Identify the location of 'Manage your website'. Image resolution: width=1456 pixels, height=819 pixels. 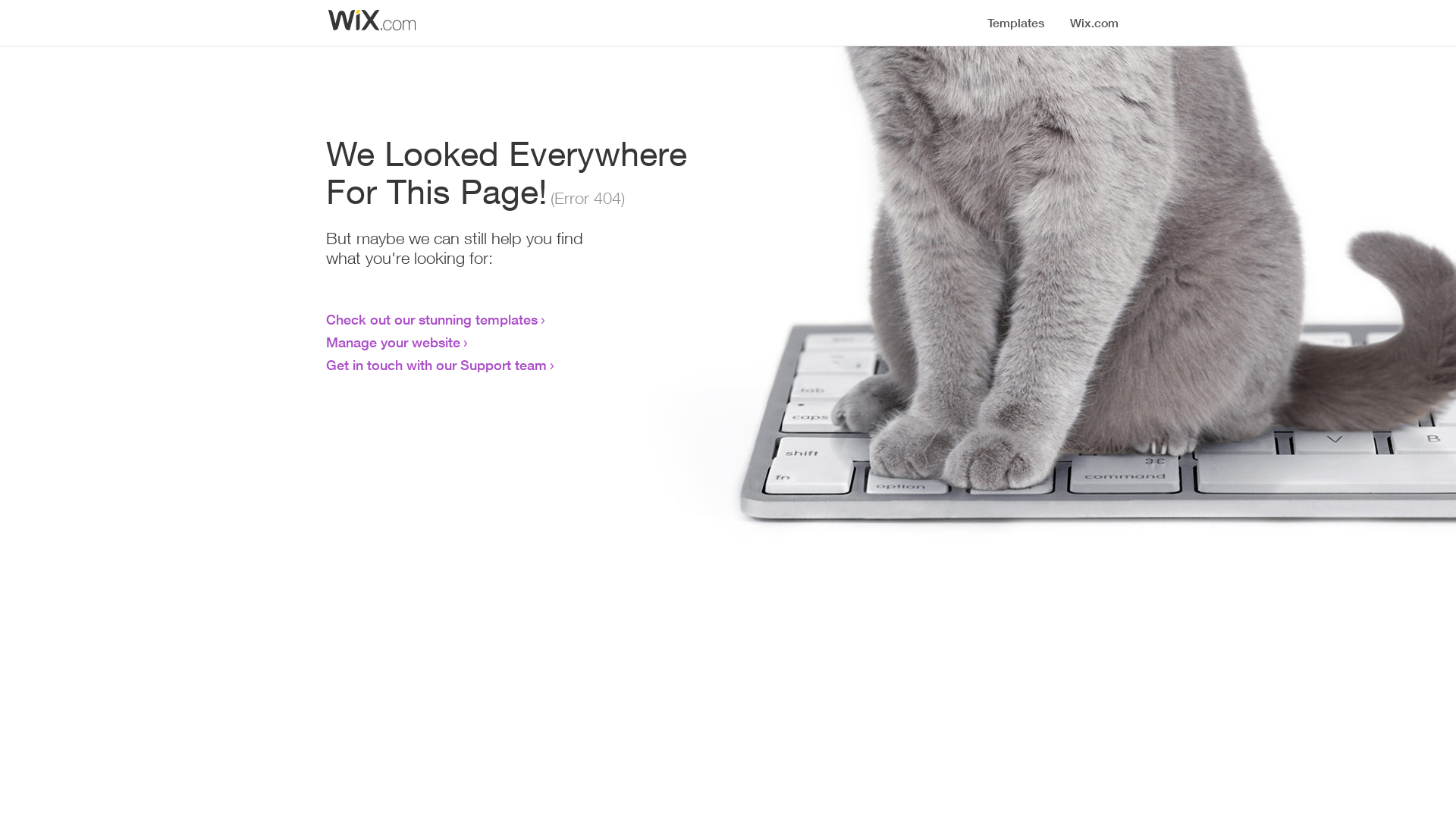
(393, 342).